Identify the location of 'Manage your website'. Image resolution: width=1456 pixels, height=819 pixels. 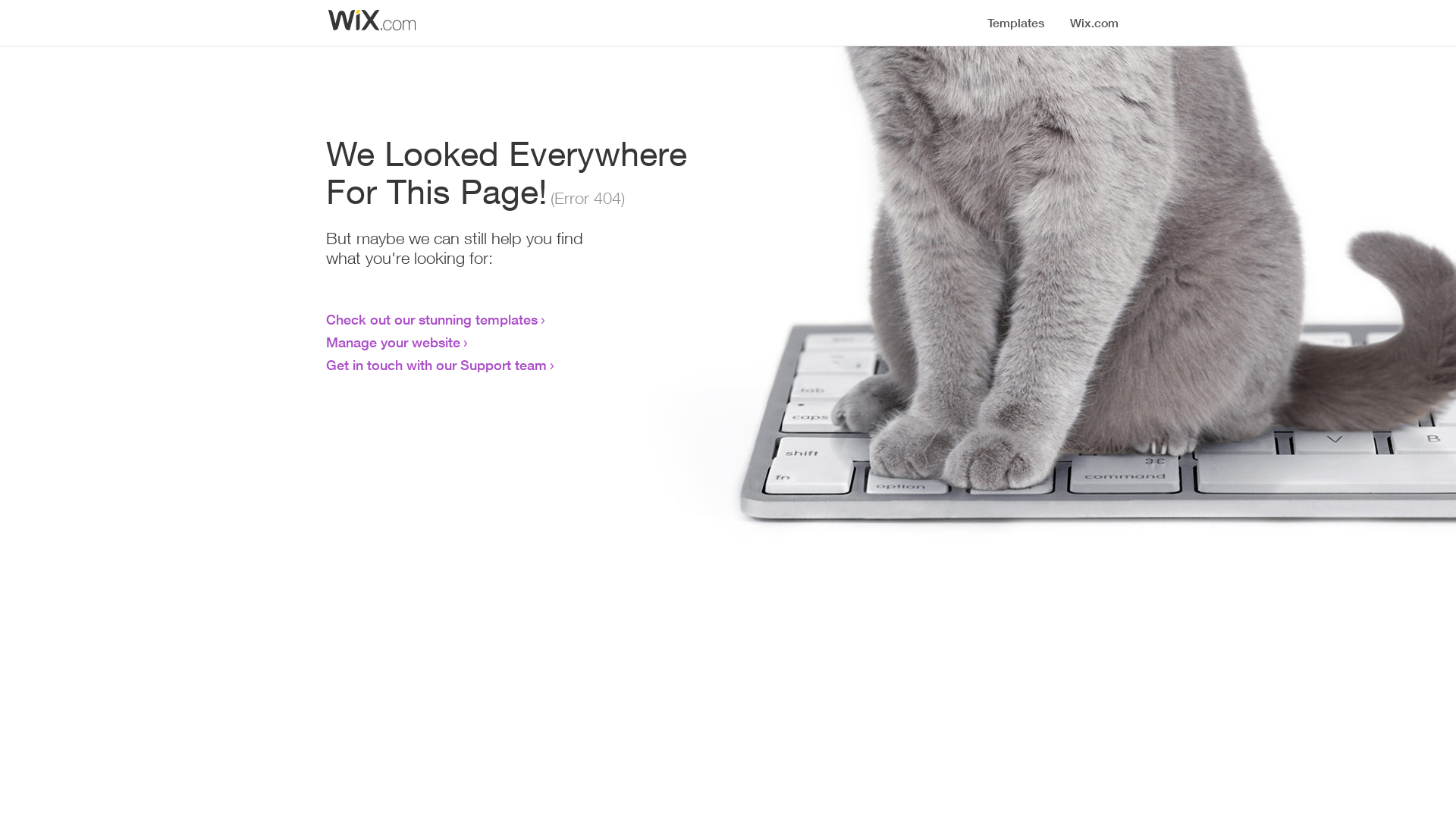
(393, 342).